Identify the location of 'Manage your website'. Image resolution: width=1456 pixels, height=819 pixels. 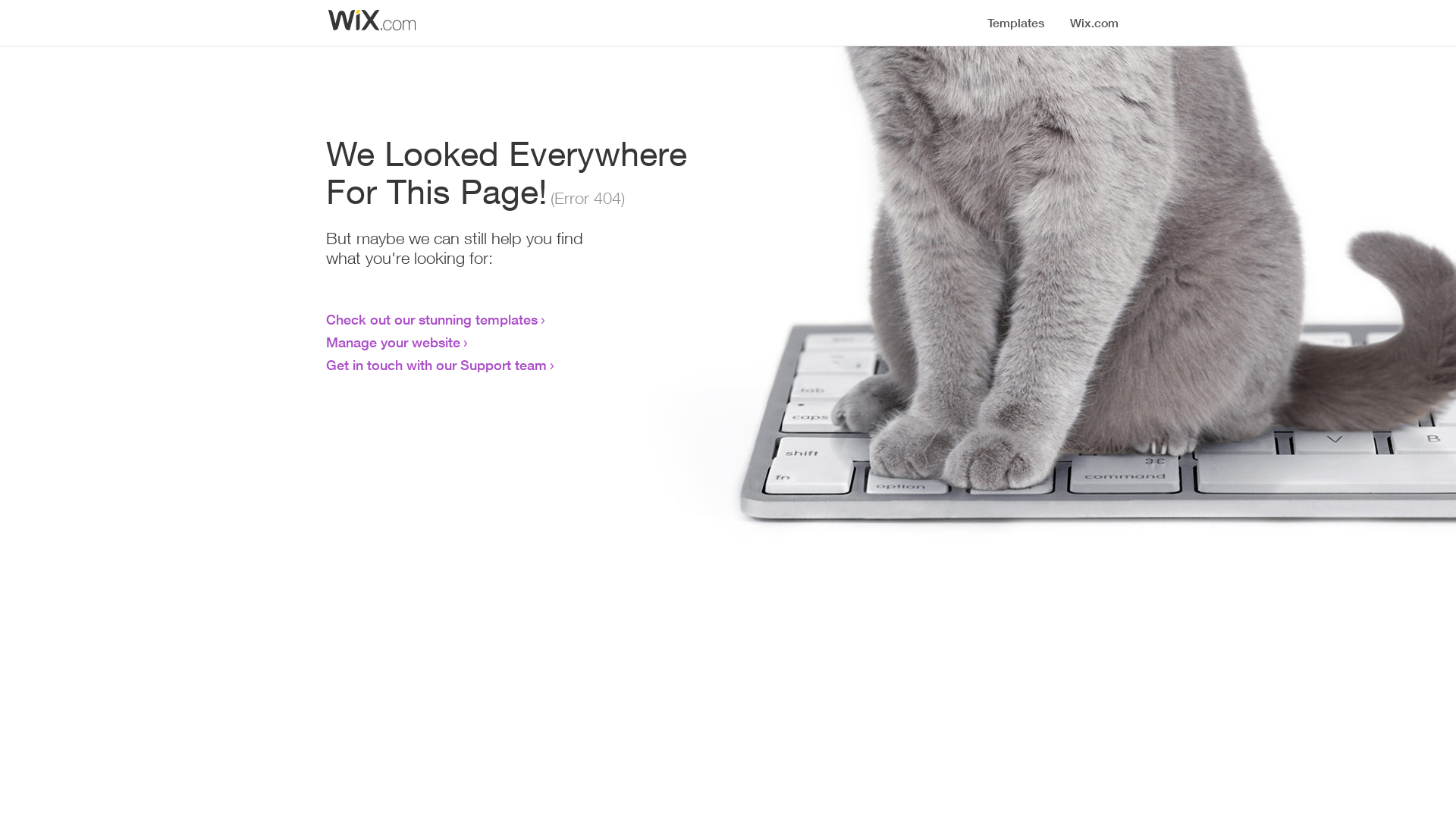
(393, 342).